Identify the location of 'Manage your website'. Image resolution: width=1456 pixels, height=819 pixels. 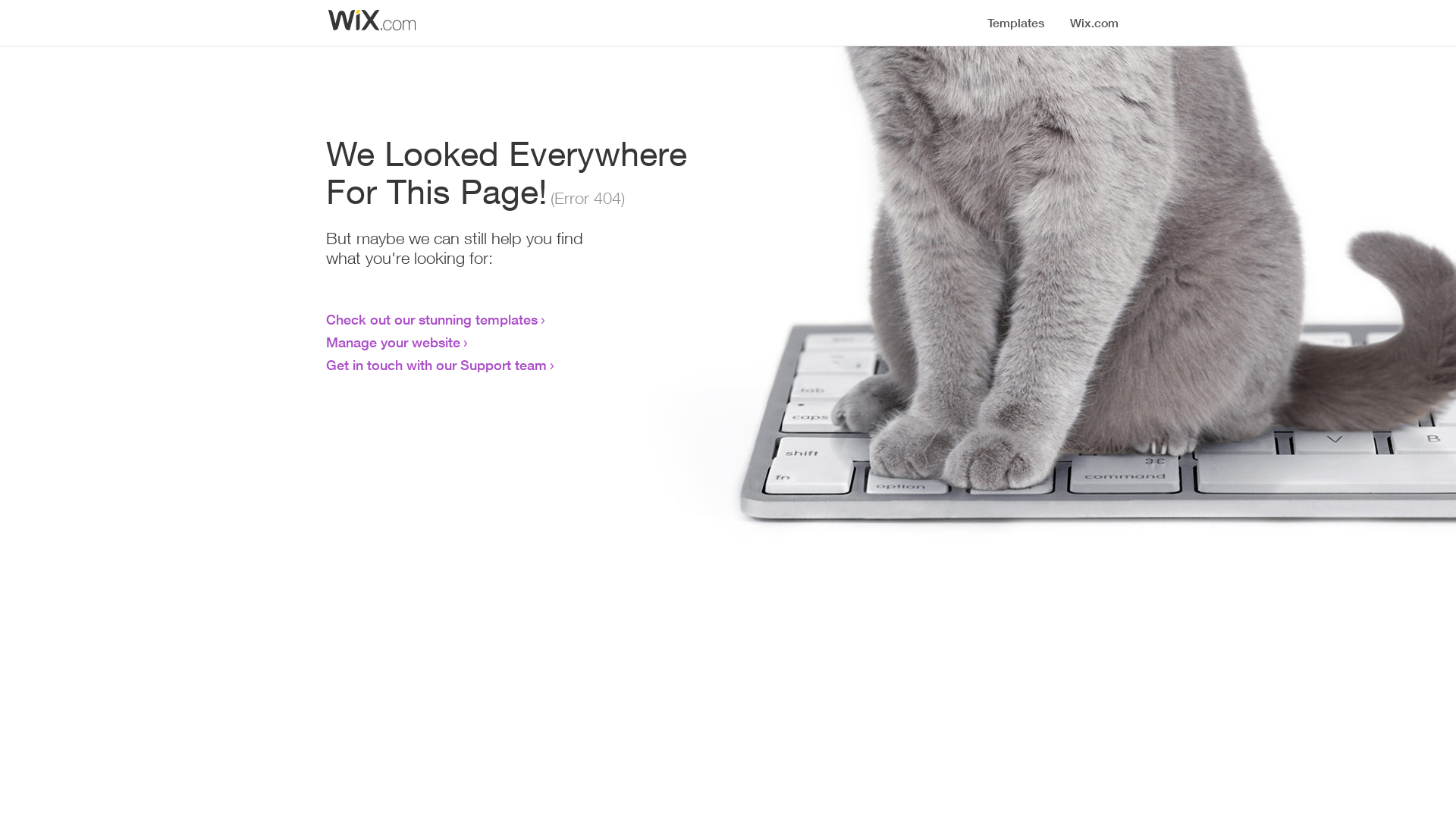
(393, 342).